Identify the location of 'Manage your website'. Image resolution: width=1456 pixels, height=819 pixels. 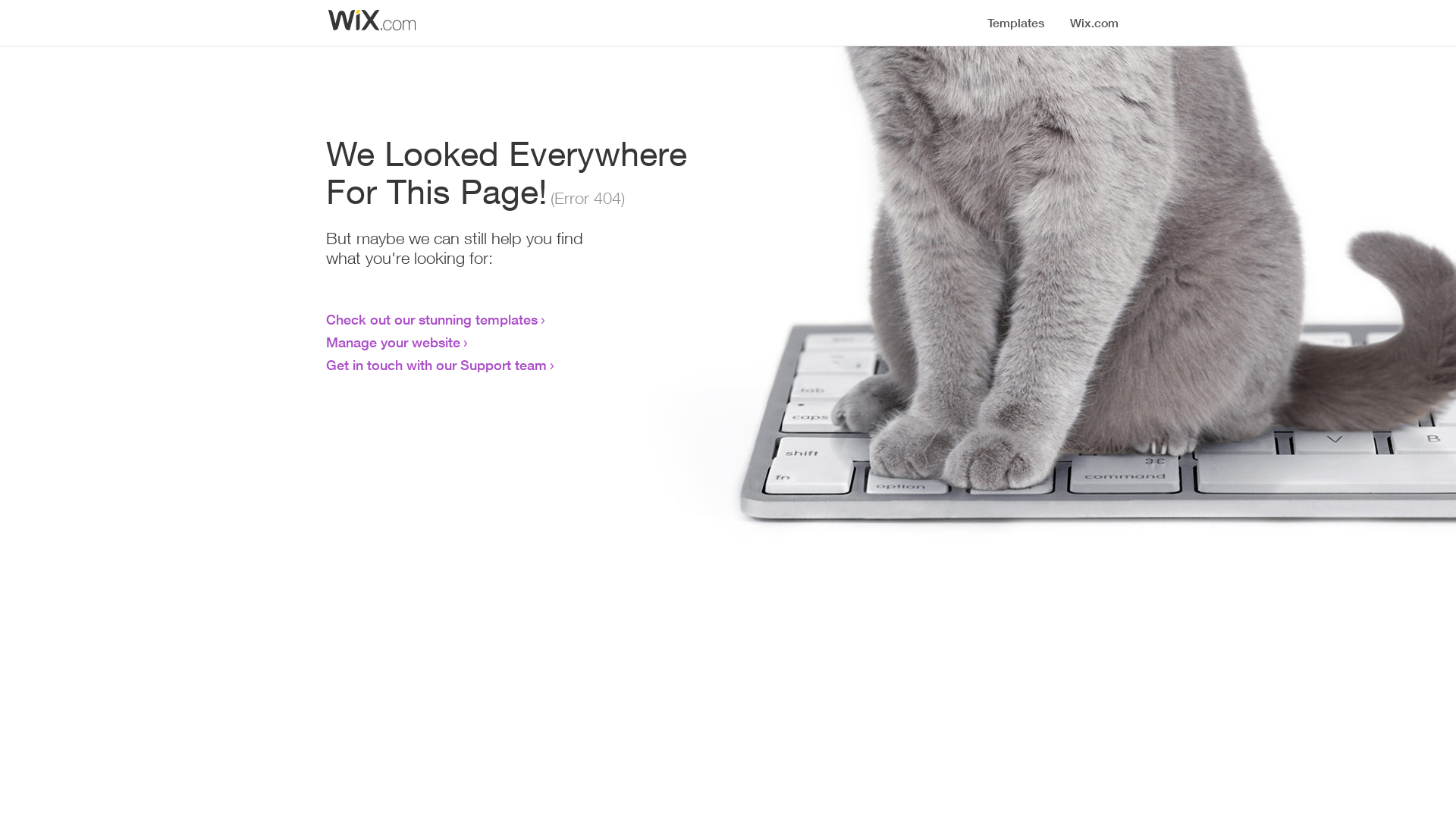
(393, 342).